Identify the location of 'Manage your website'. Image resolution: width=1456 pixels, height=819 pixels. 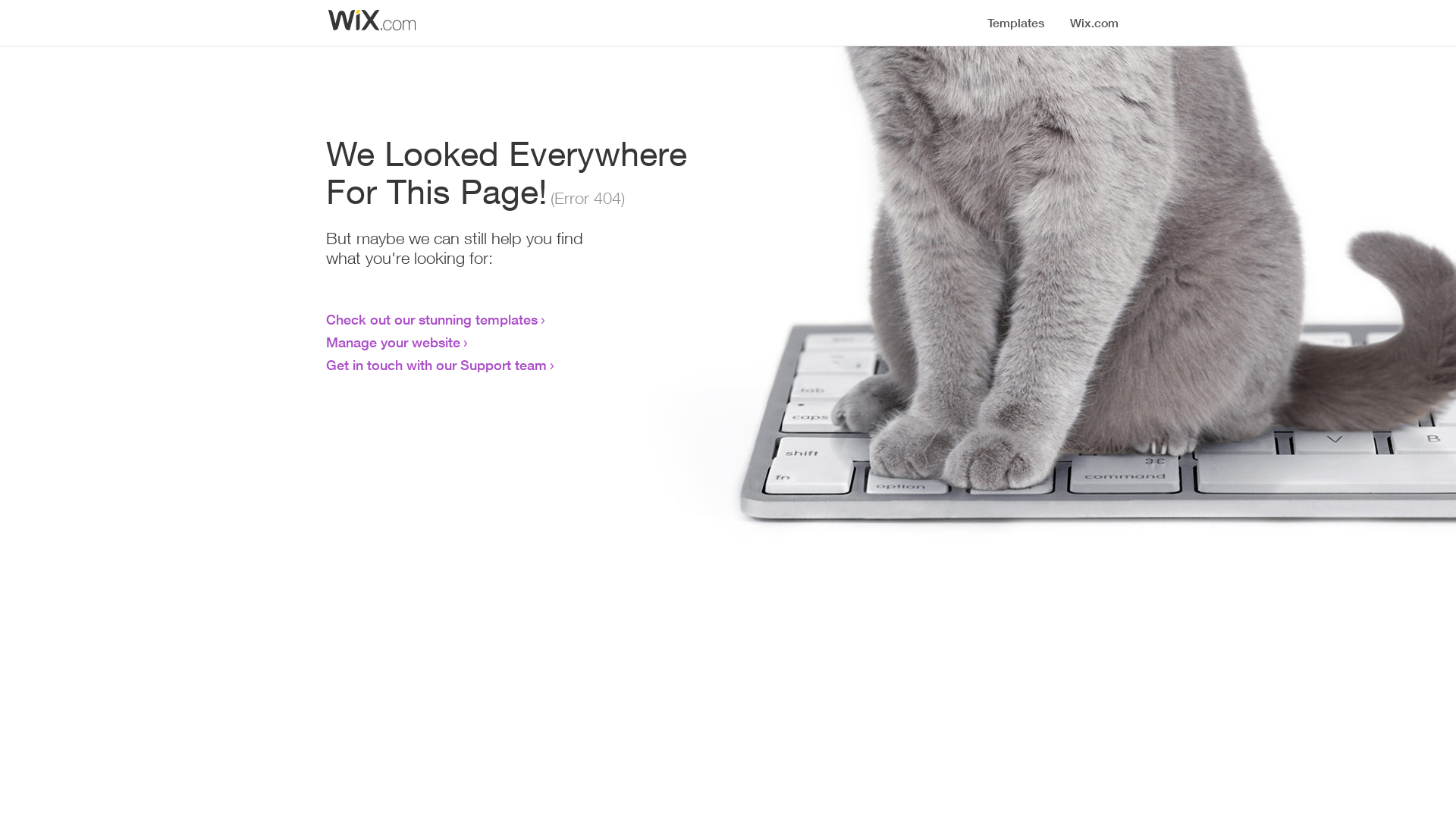
(393, 342).